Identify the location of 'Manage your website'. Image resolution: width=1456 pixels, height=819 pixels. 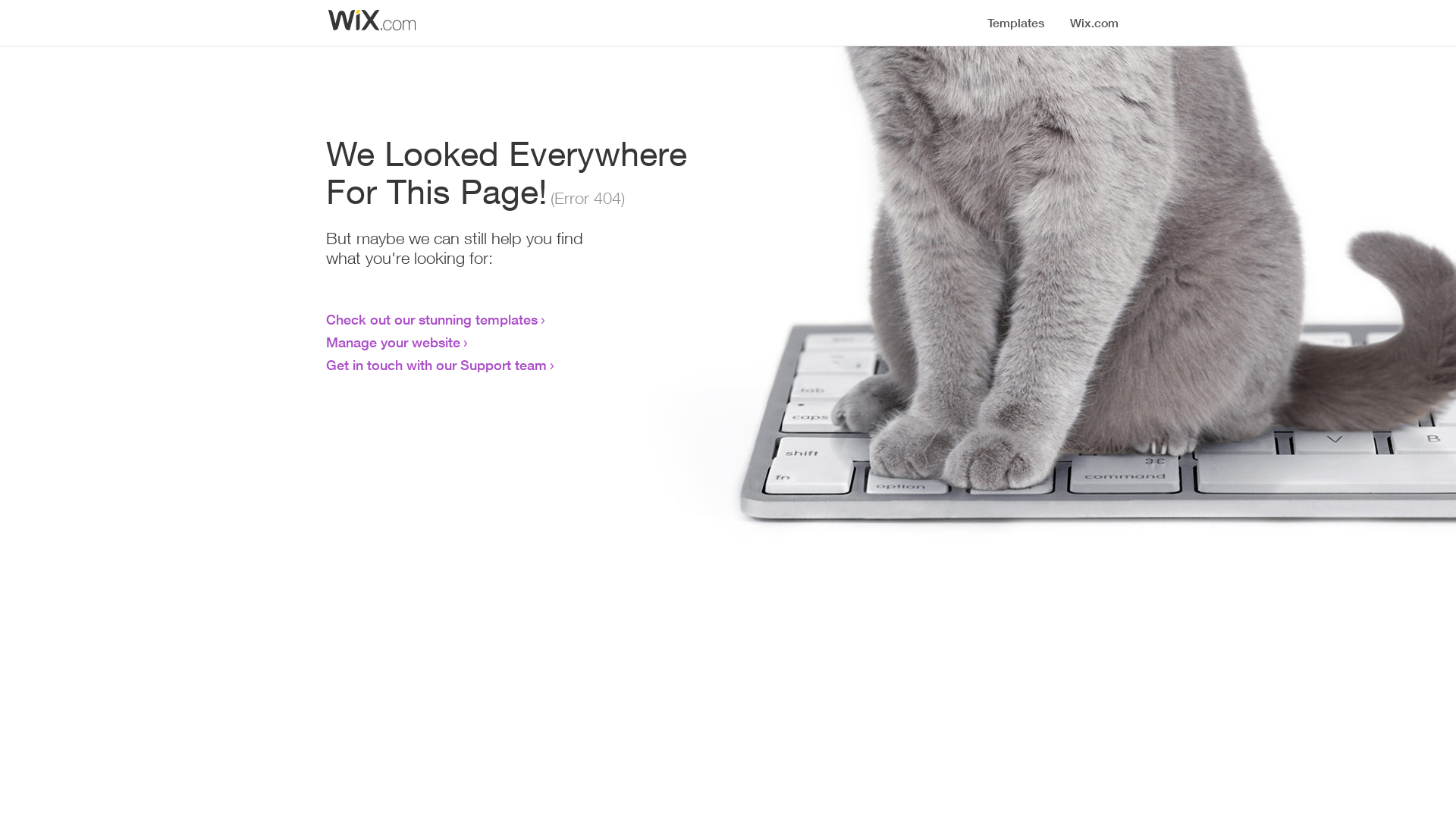
(393, 342).